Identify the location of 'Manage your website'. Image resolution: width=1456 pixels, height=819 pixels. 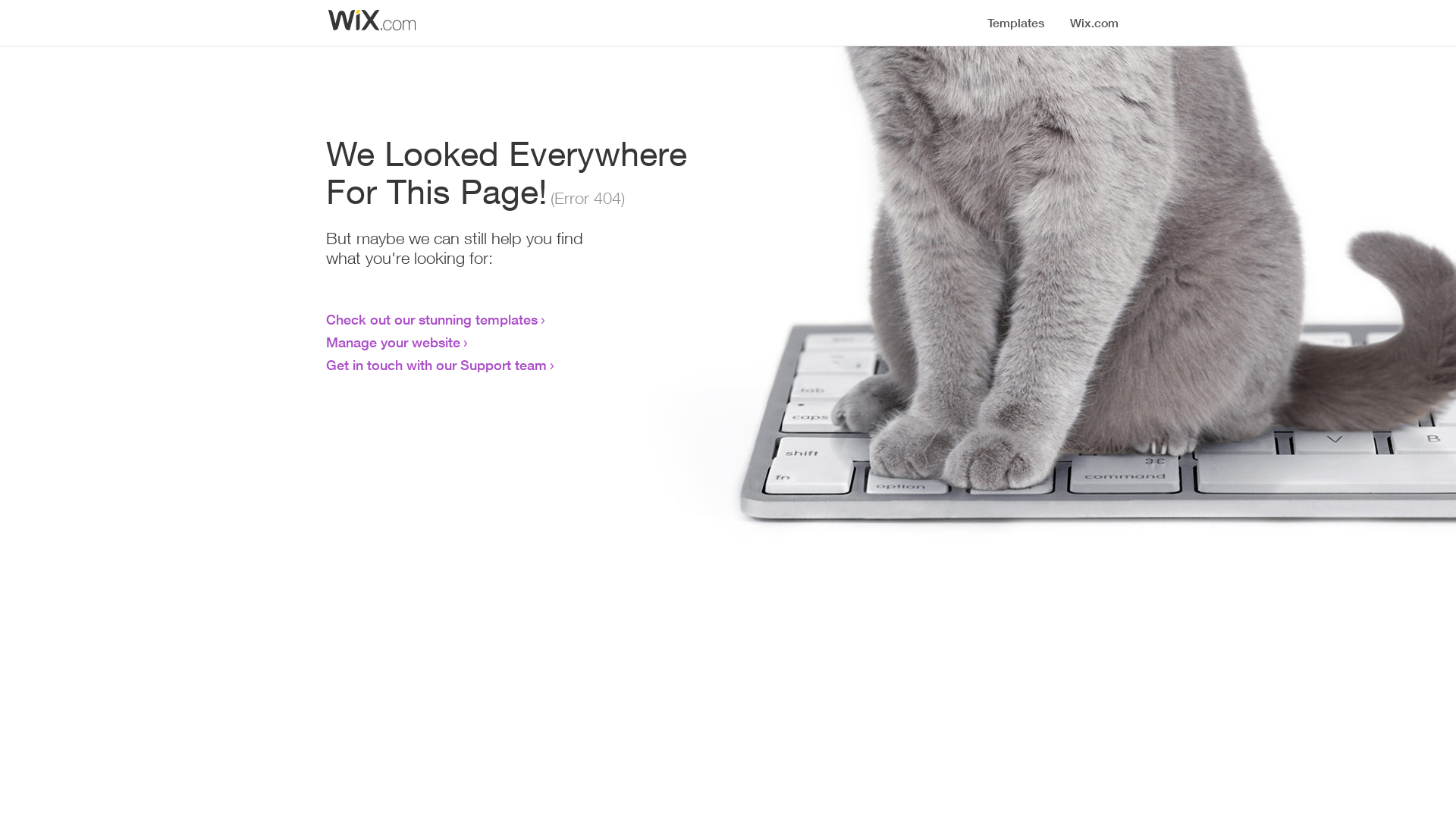
(393, 342).